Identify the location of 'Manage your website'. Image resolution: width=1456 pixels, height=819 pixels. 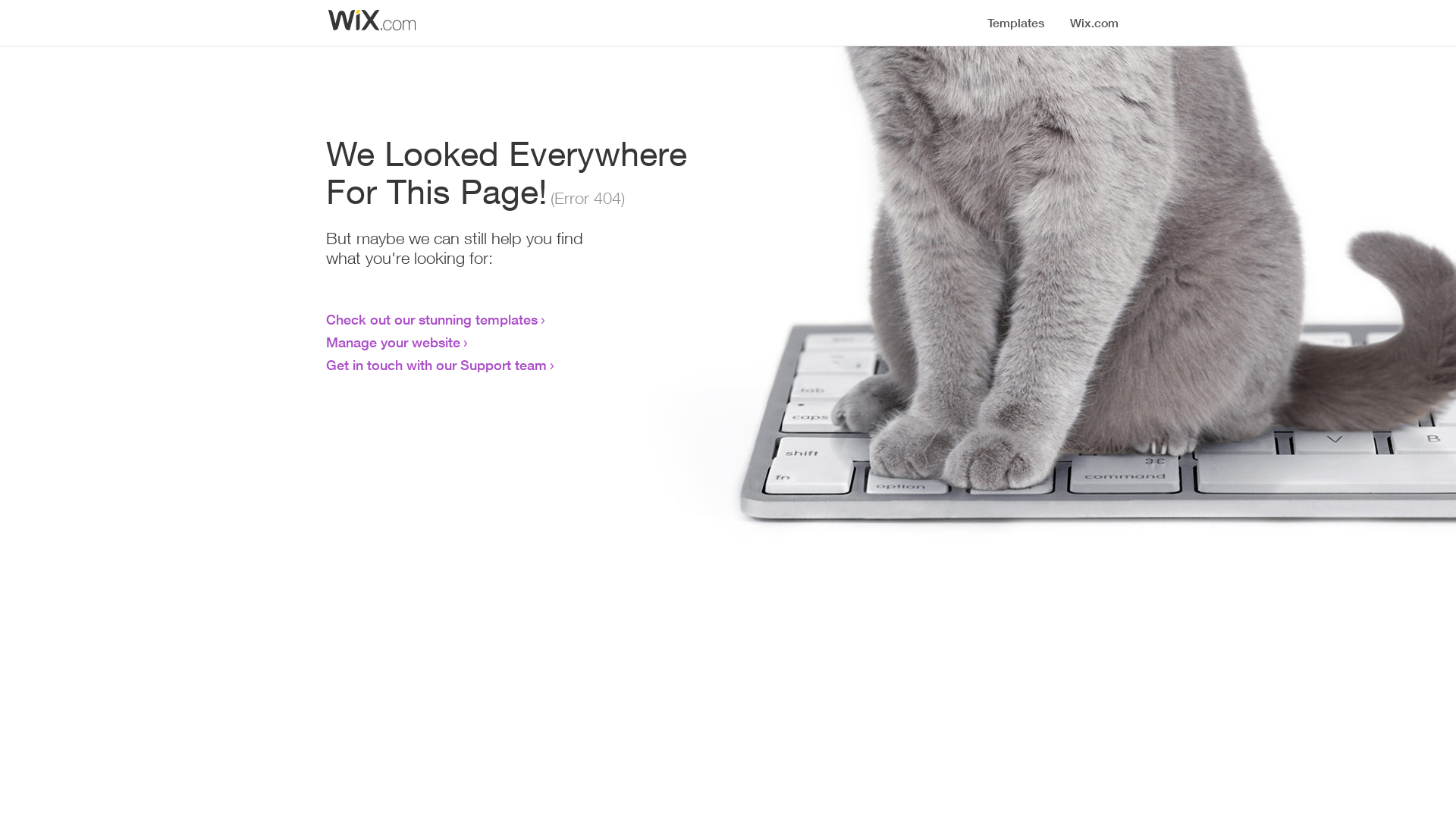
(393, 342).